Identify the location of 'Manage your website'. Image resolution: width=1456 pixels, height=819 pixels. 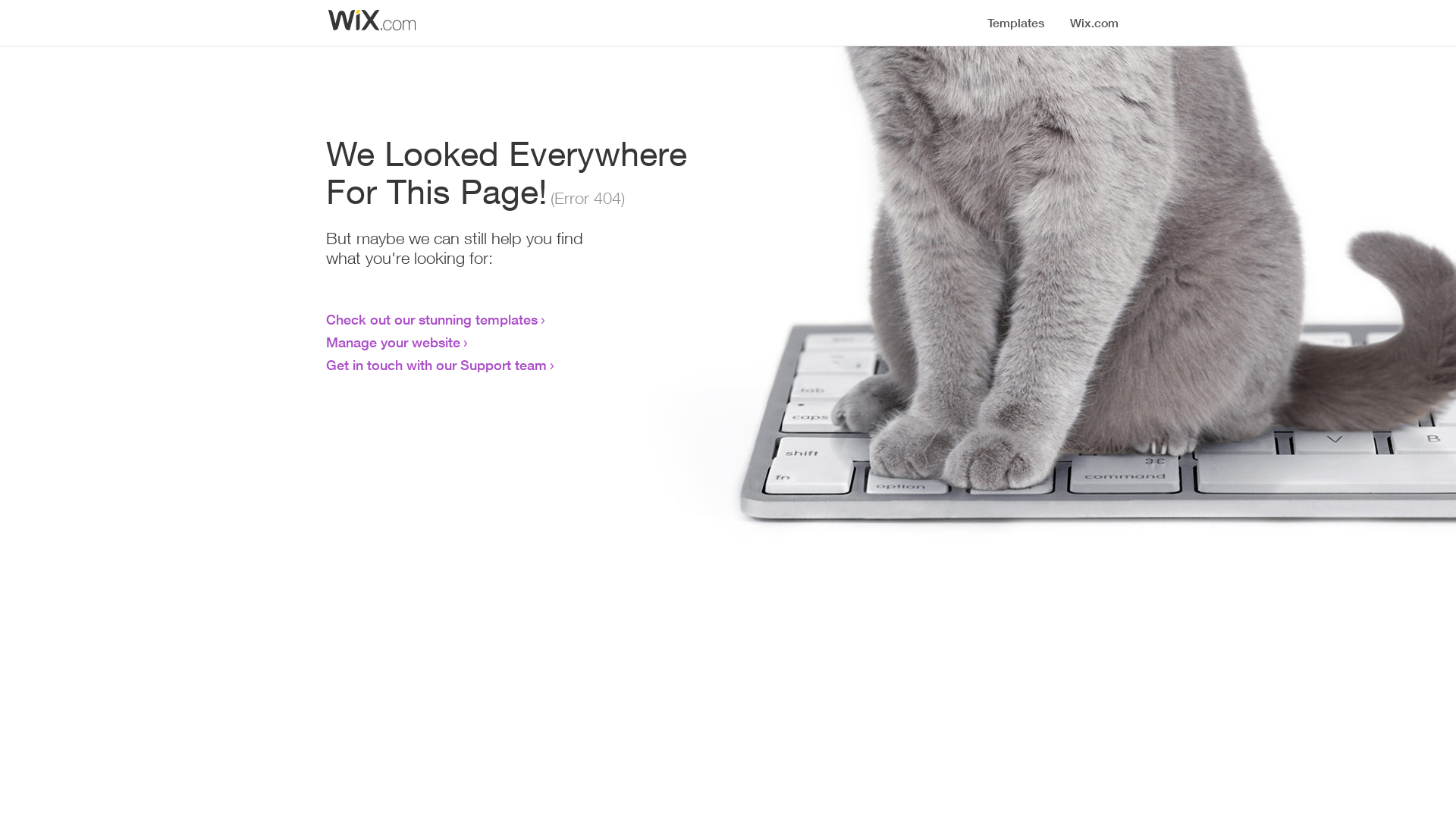
(393, 342).